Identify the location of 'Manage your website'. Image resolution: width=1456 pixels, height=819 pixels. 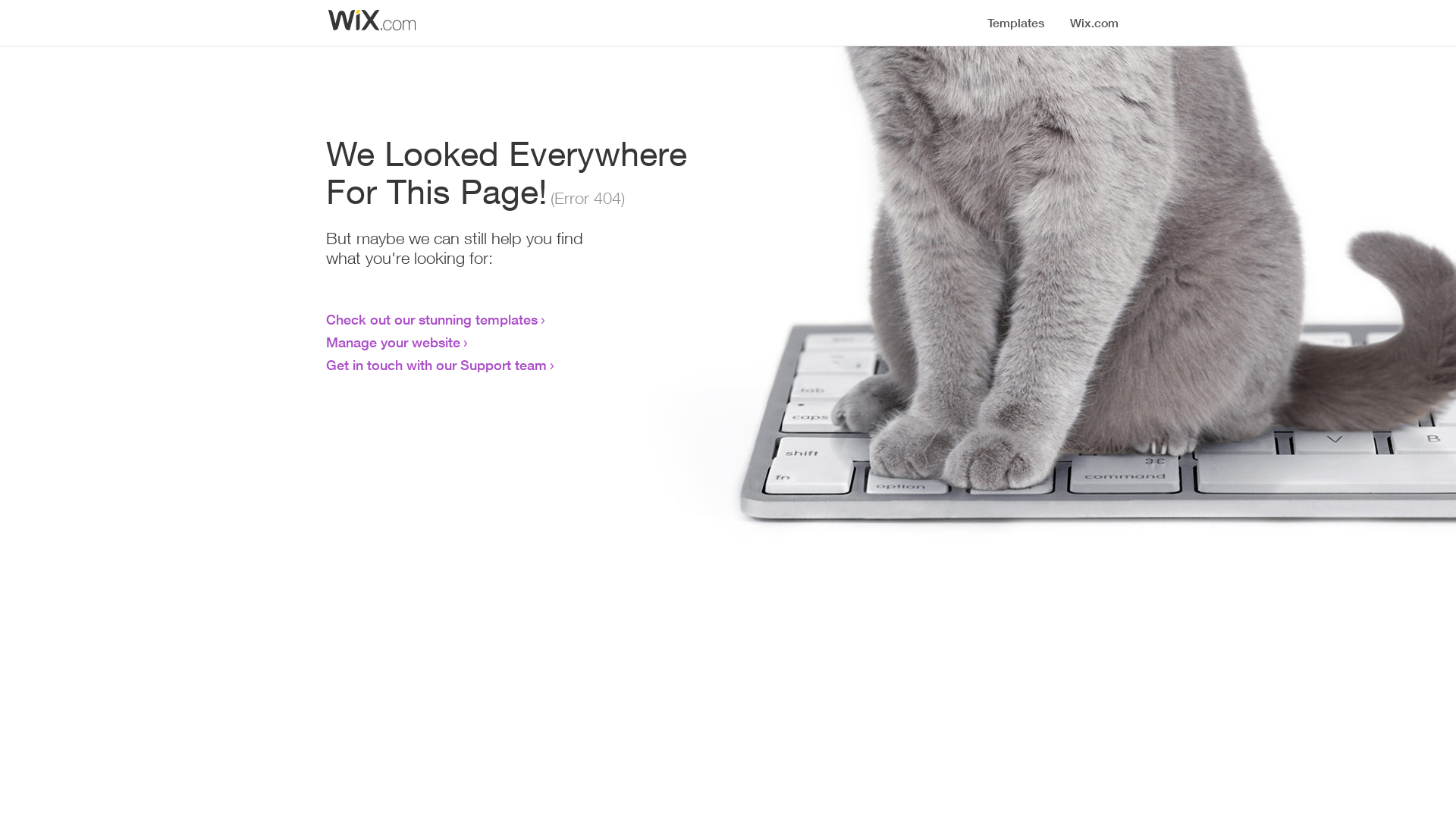
(393, 342).